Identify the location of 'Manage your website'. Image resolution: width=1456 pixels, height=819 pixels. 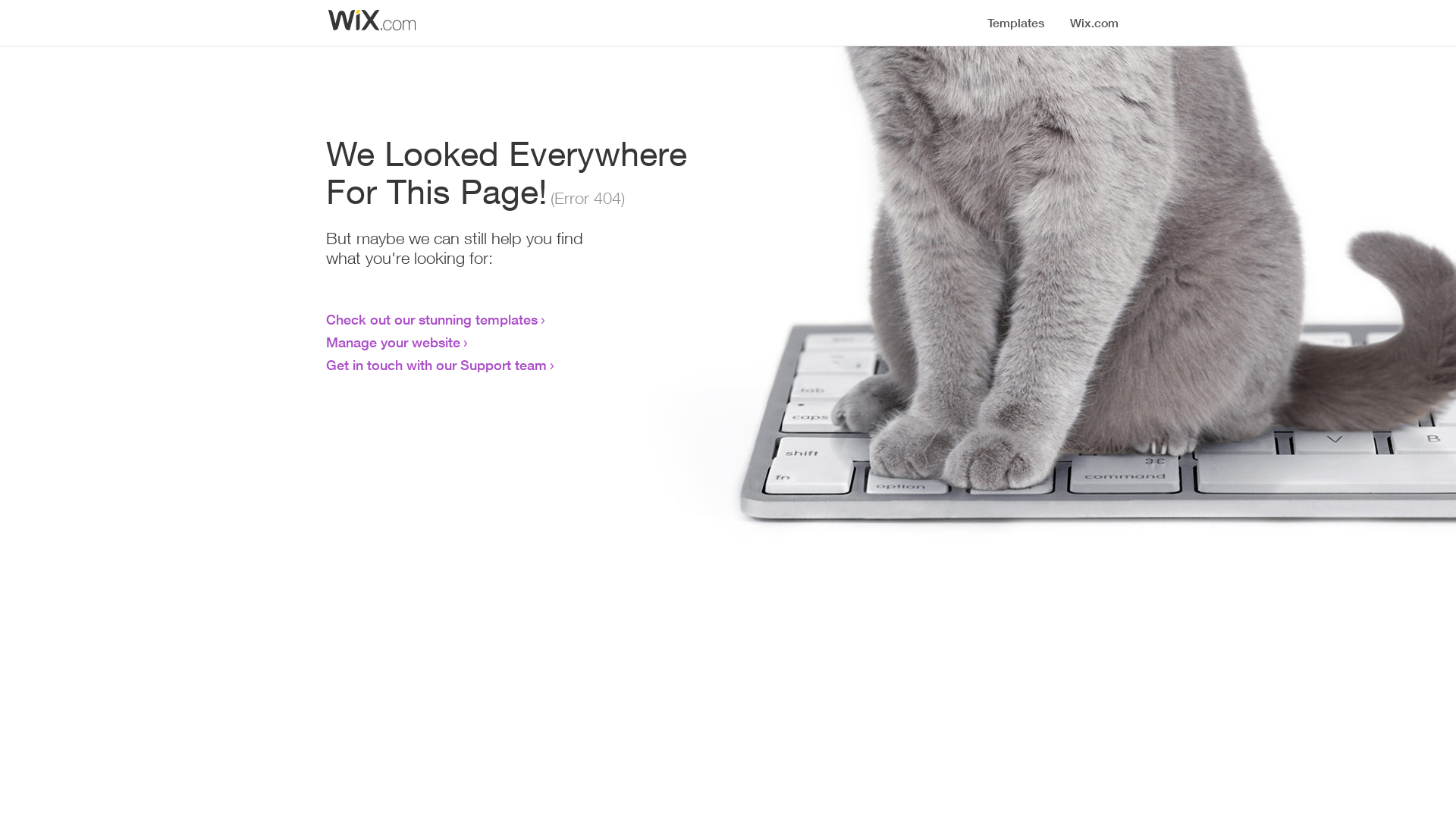
(393, 342).